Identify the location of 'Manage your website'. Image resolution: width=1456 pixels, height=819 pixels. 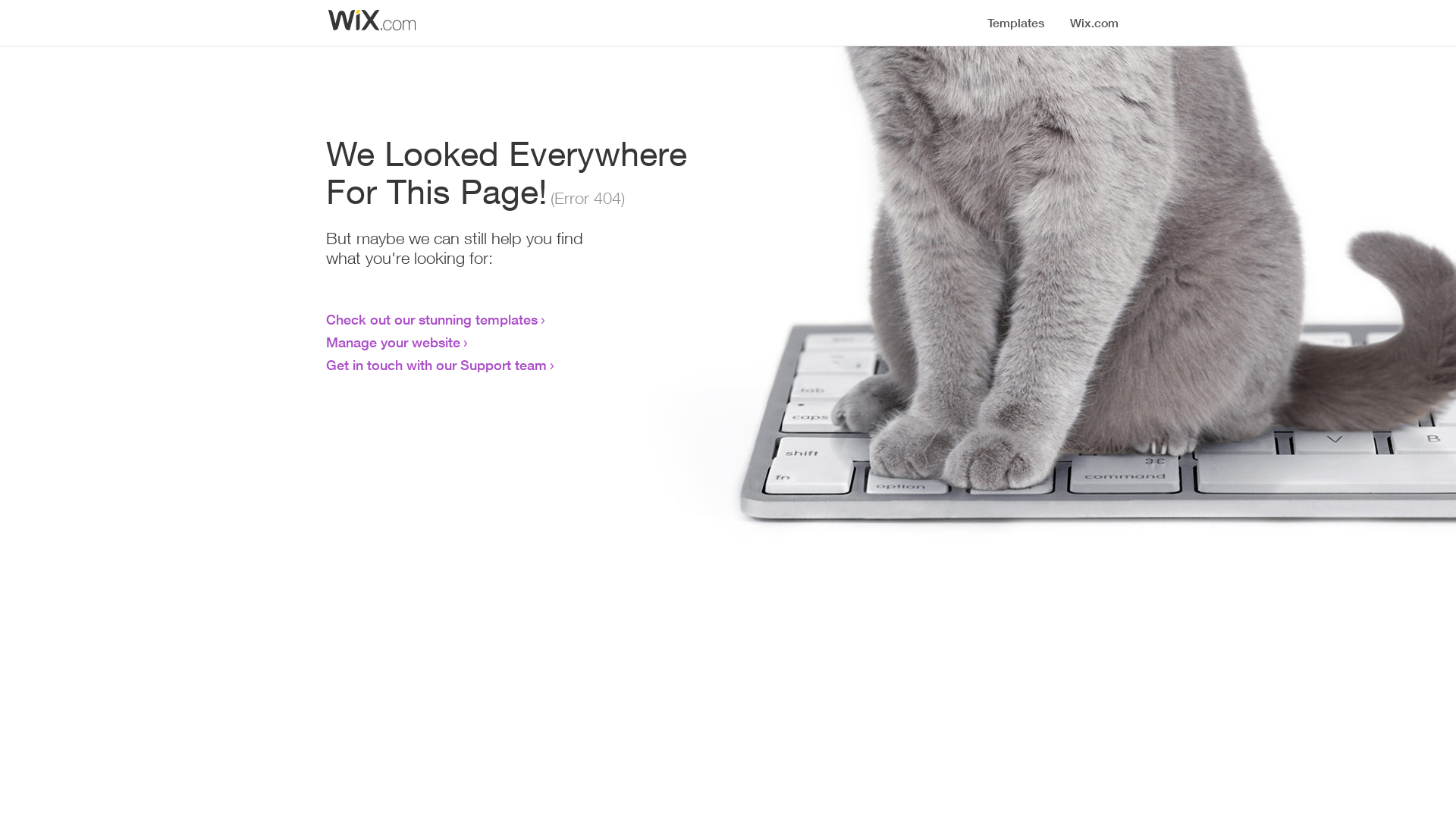
(393, 342).